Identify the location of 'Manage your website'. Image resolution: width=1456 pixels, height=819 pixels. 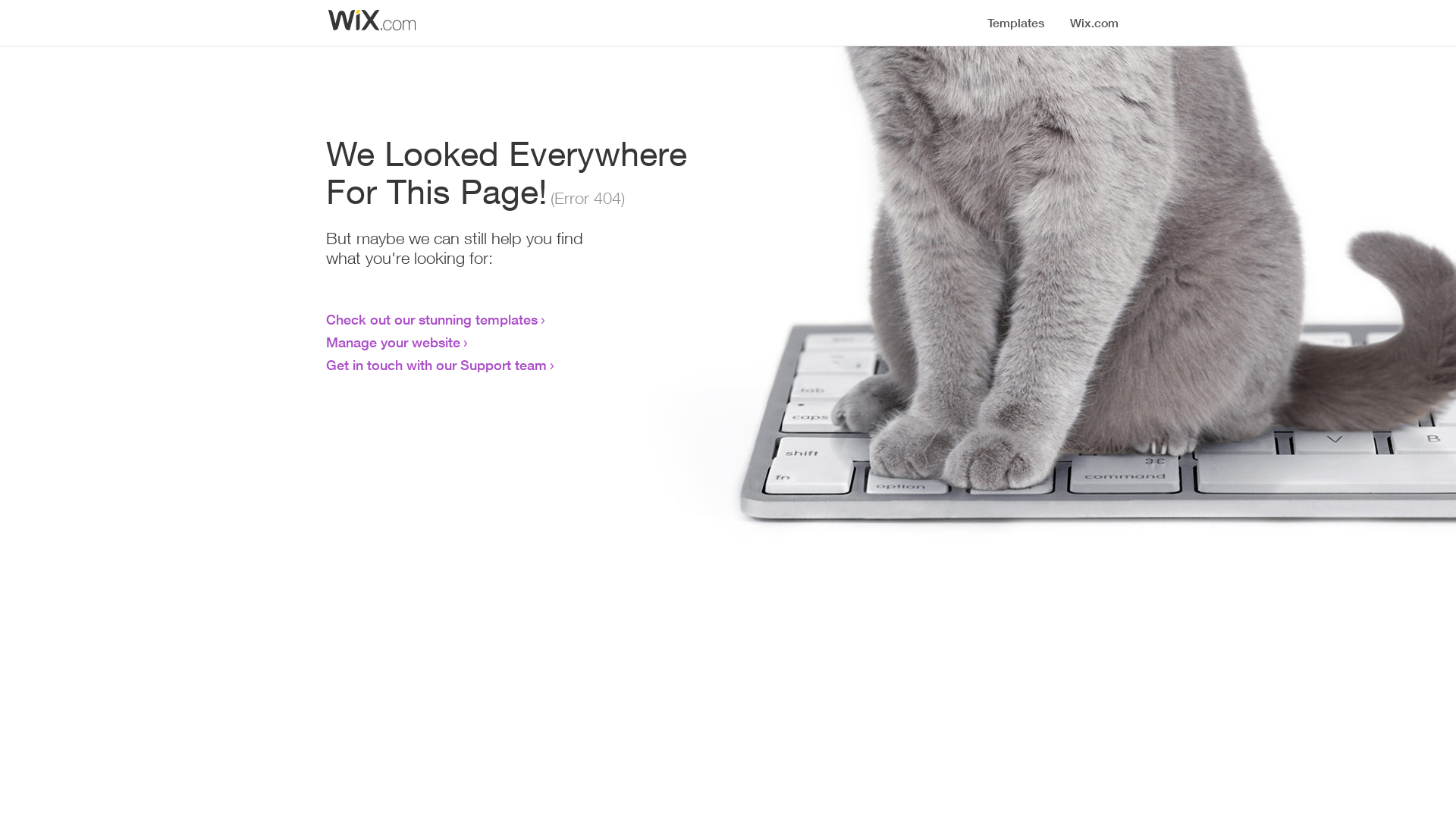
(393, 342).